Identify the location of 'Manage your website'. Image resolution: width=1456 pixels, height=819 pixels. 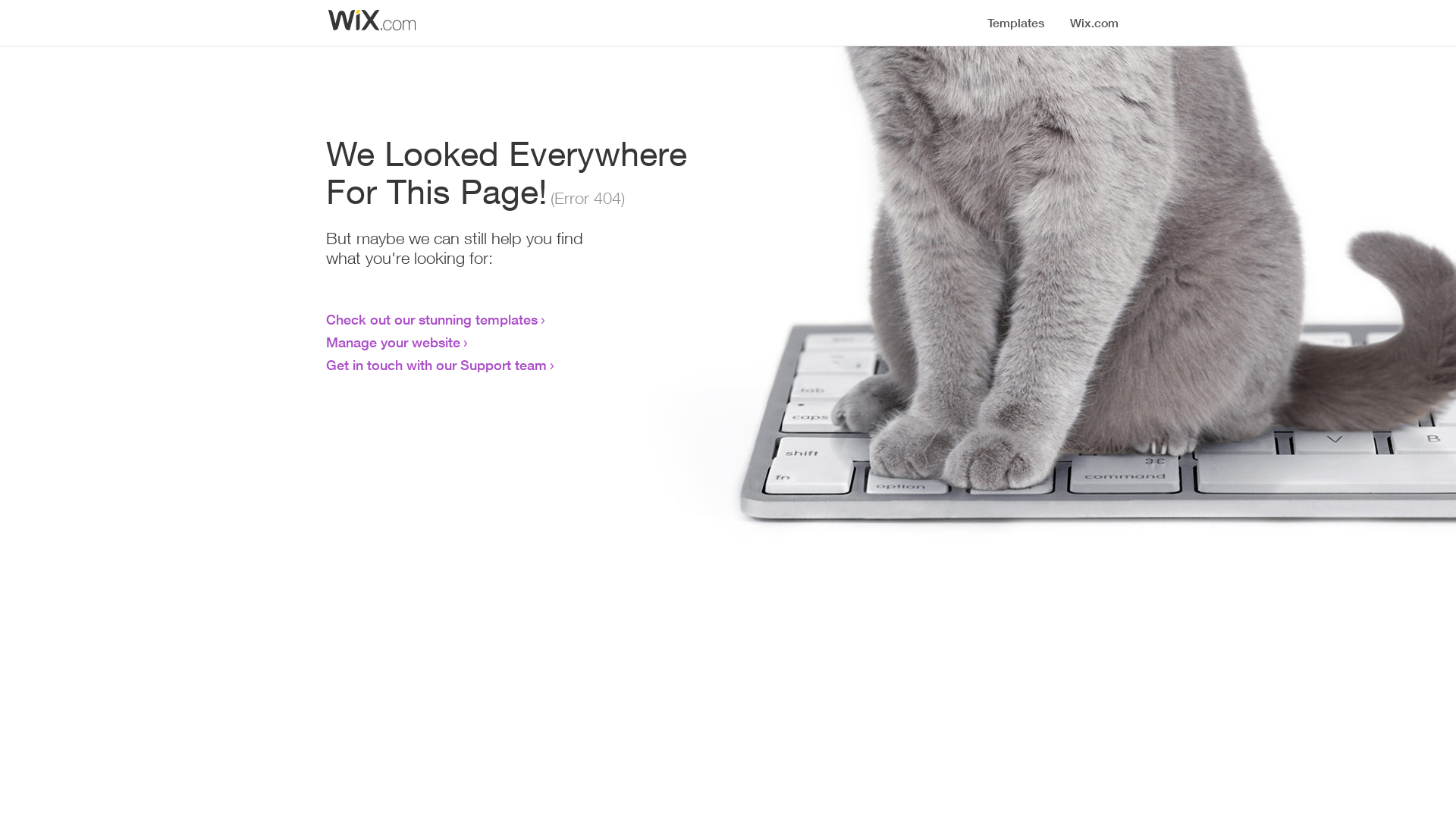
(393, 342).